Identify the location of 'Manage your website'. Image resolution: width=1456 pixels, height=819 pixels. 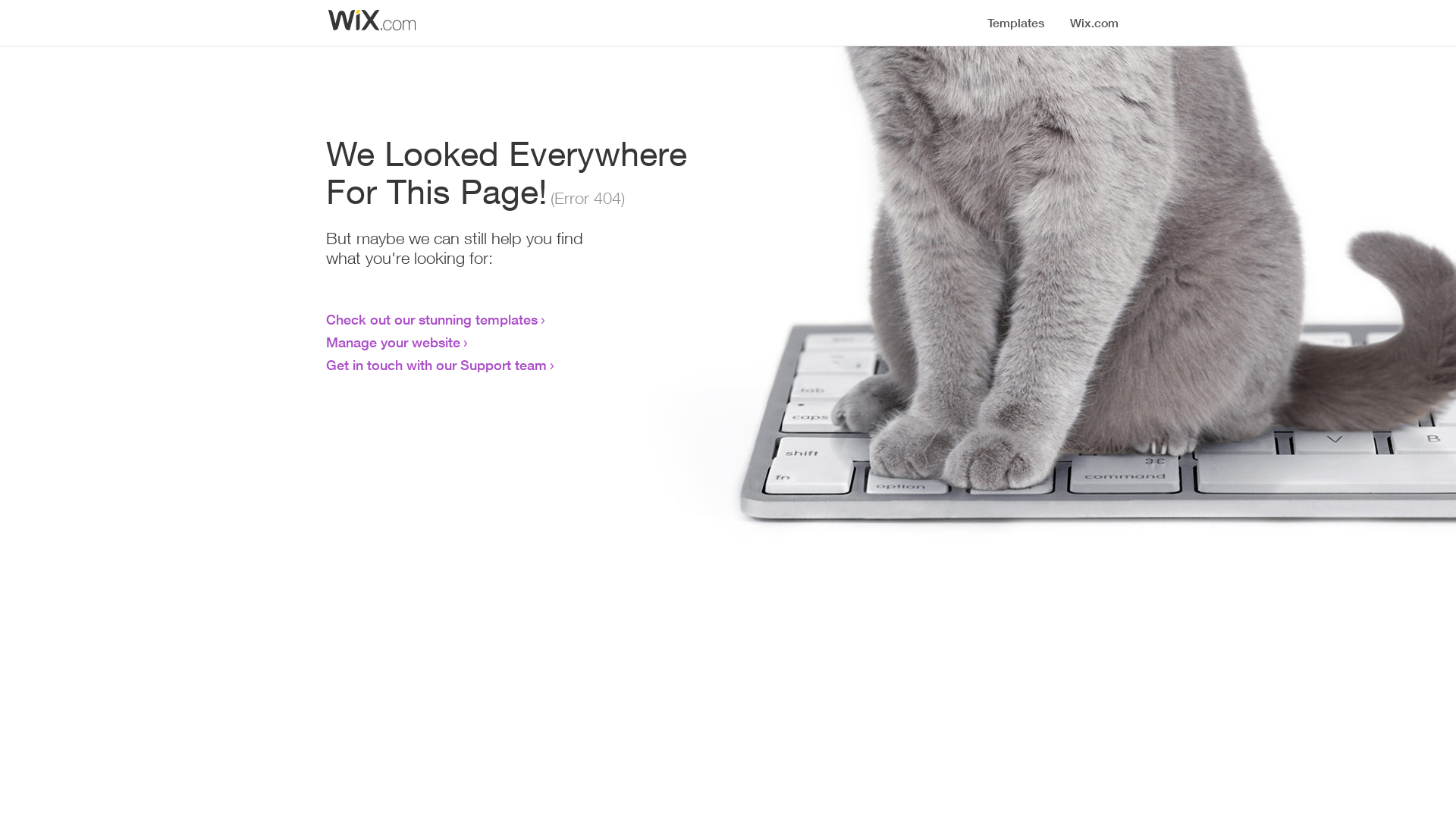
(393, 342).